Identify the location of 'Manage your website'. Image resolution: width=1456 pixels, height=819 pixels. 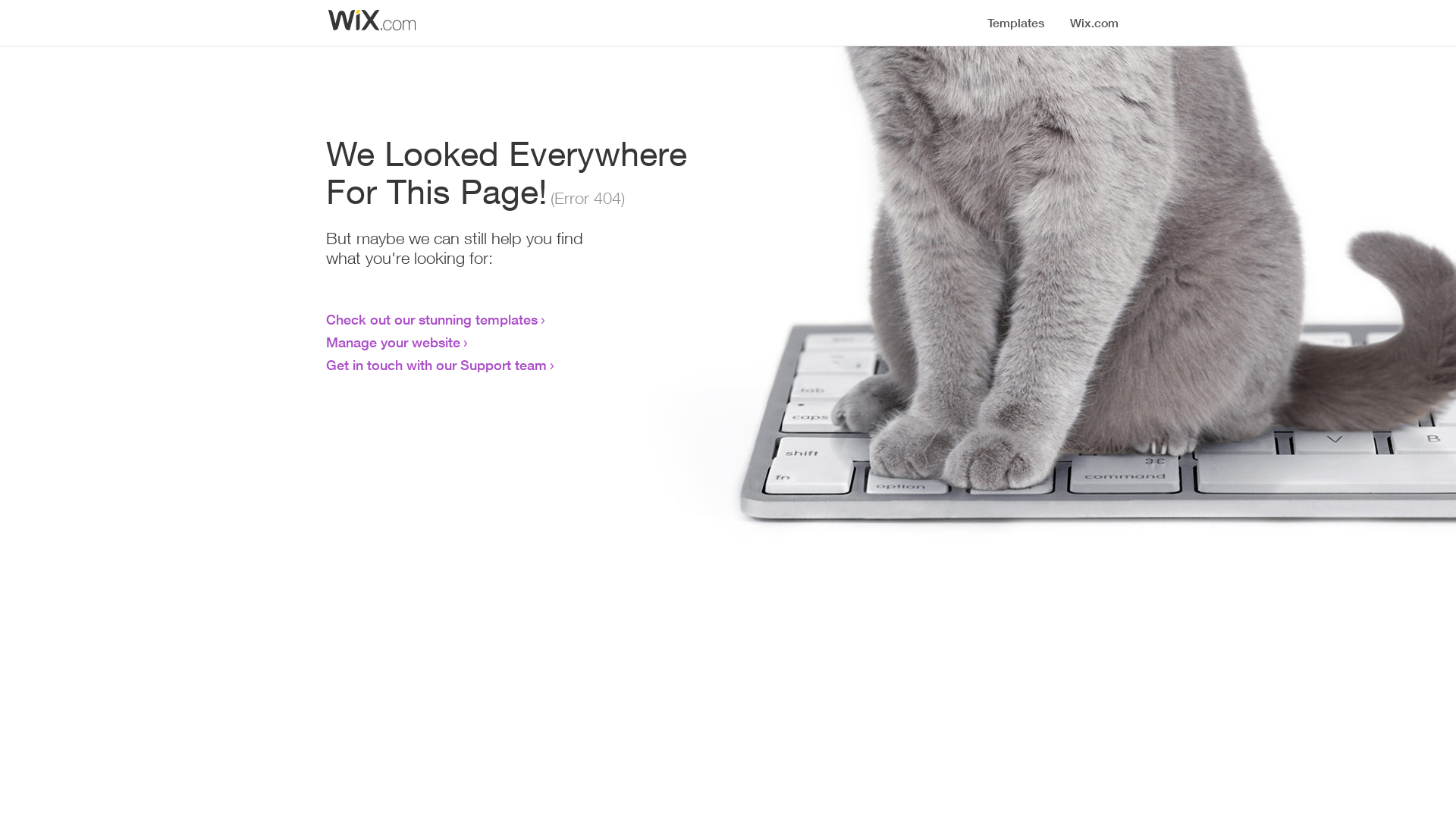
(393, 342).